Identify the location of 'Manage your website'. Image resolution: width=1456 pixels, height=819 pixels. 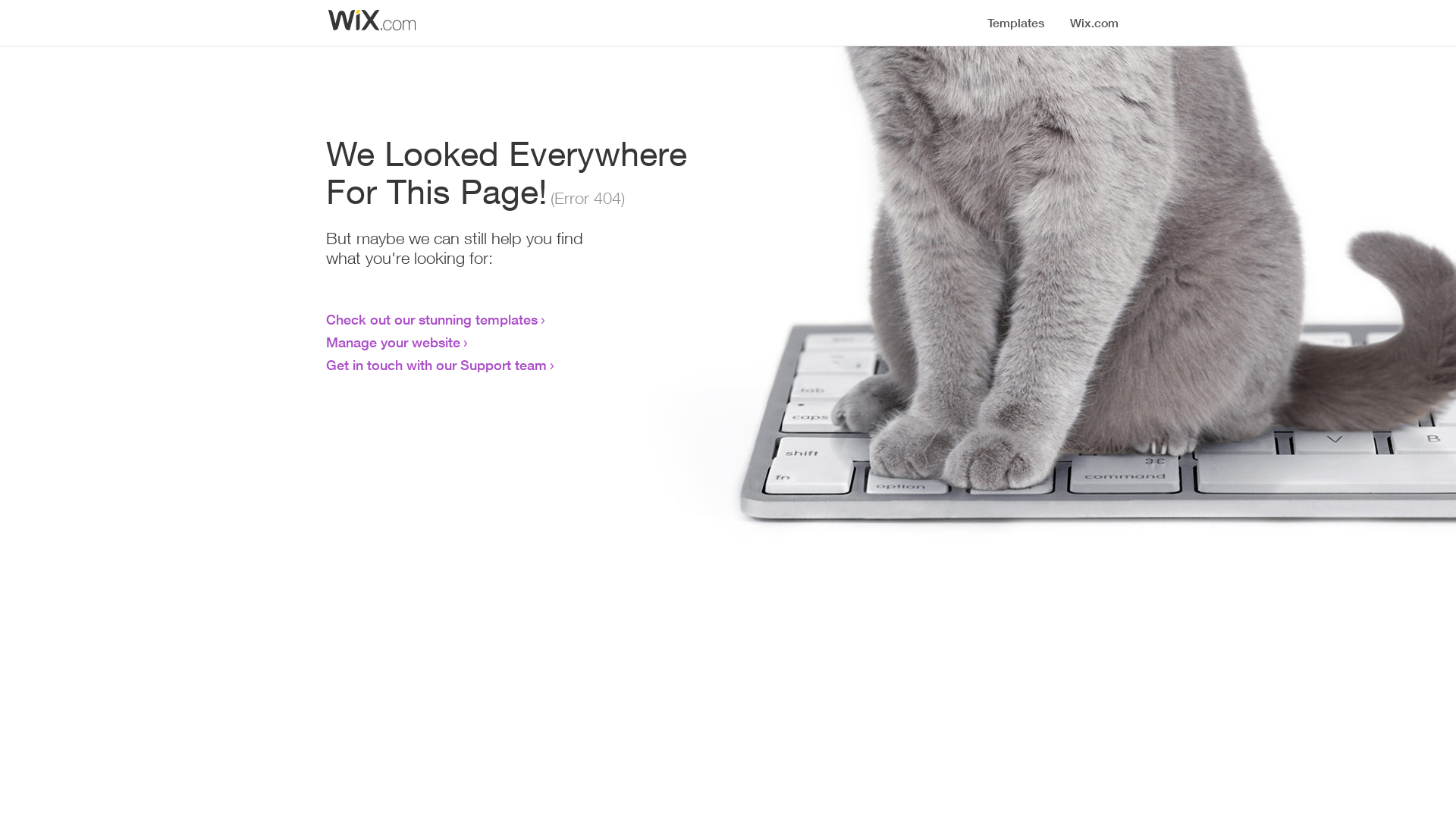
(393, 342).